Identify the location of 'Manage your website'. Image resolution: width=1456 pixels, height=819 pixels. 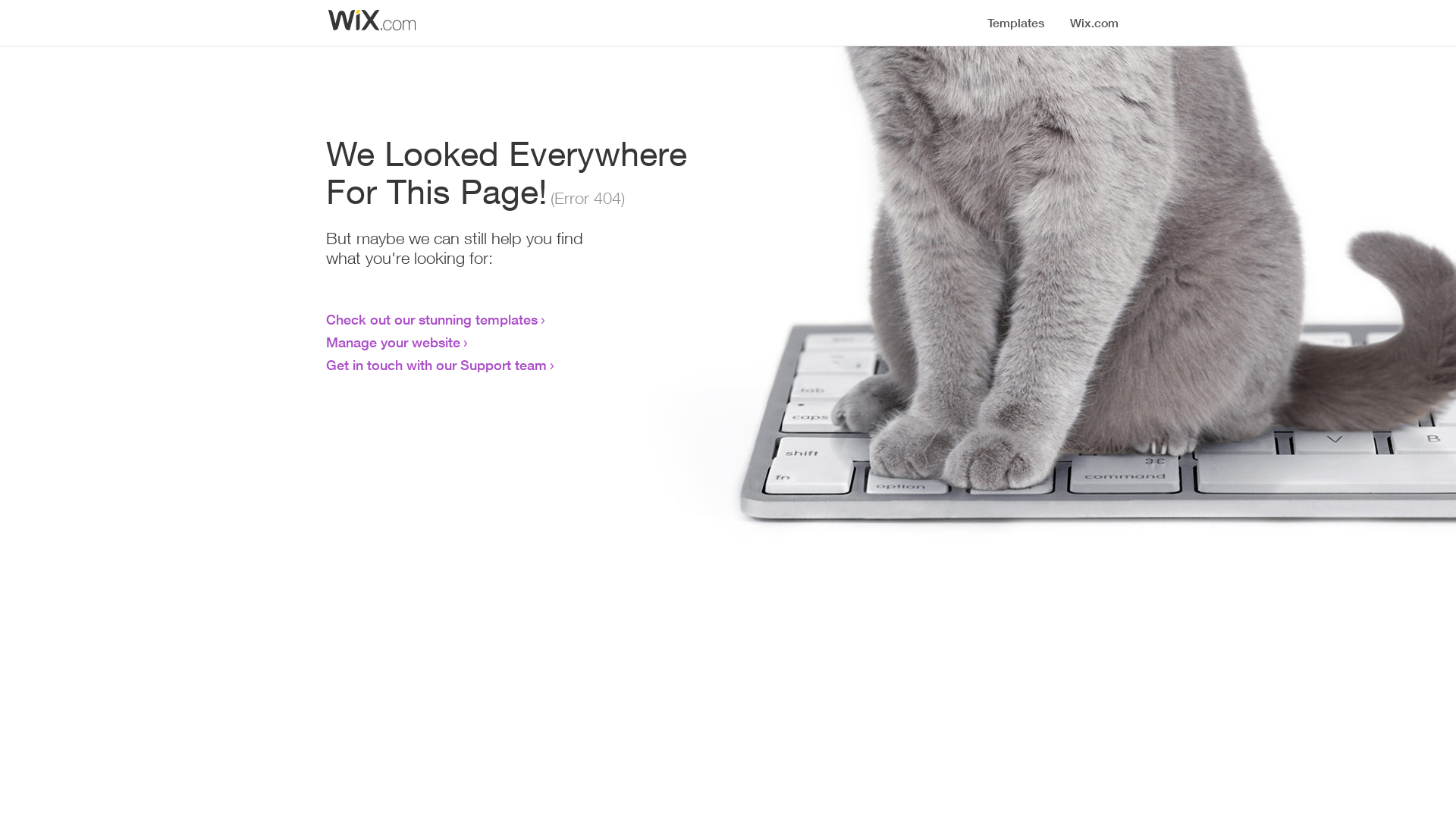
(393, 342).